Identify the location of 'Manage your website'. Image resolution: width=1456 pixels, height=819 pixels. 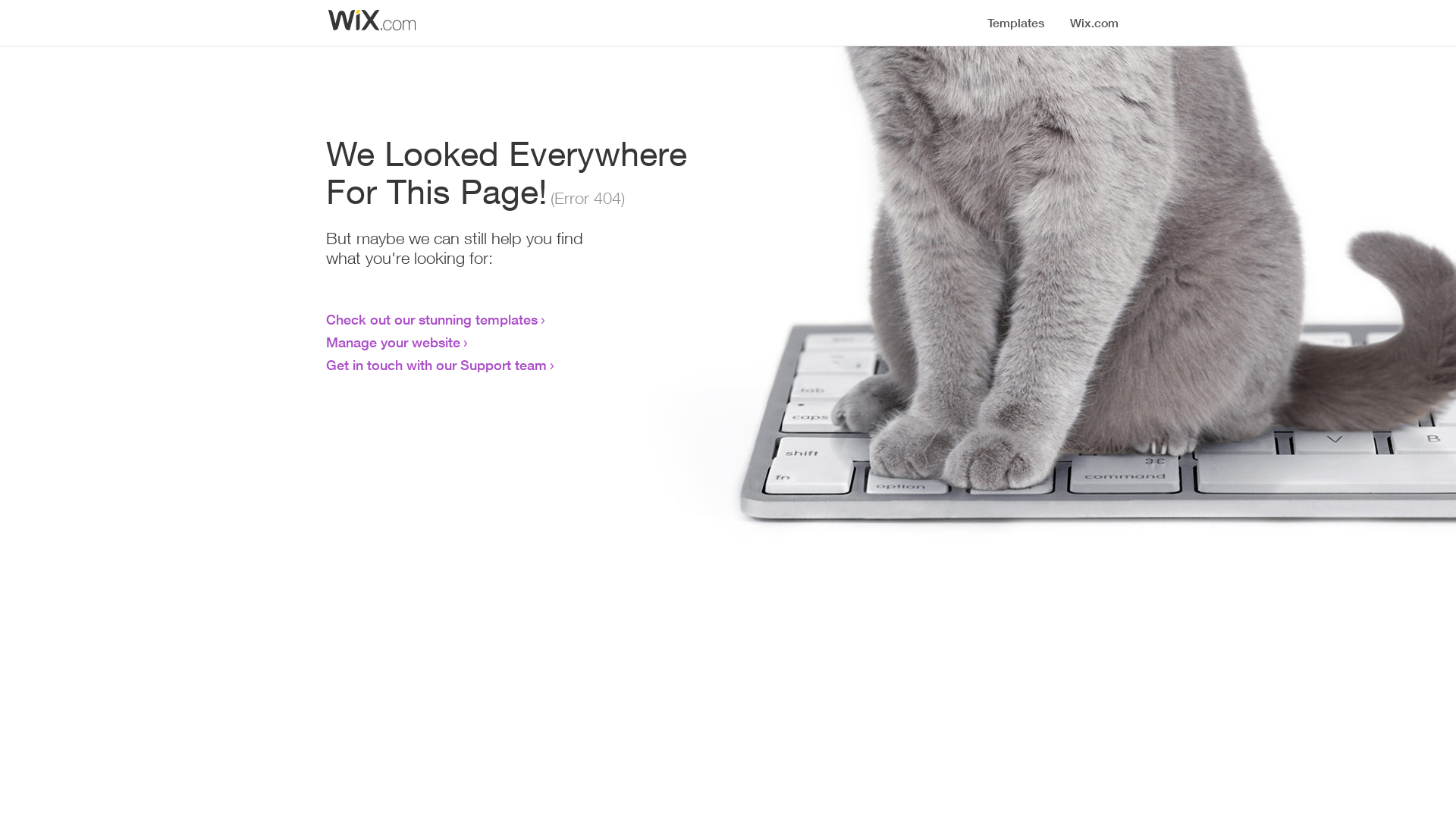
(393, 342).